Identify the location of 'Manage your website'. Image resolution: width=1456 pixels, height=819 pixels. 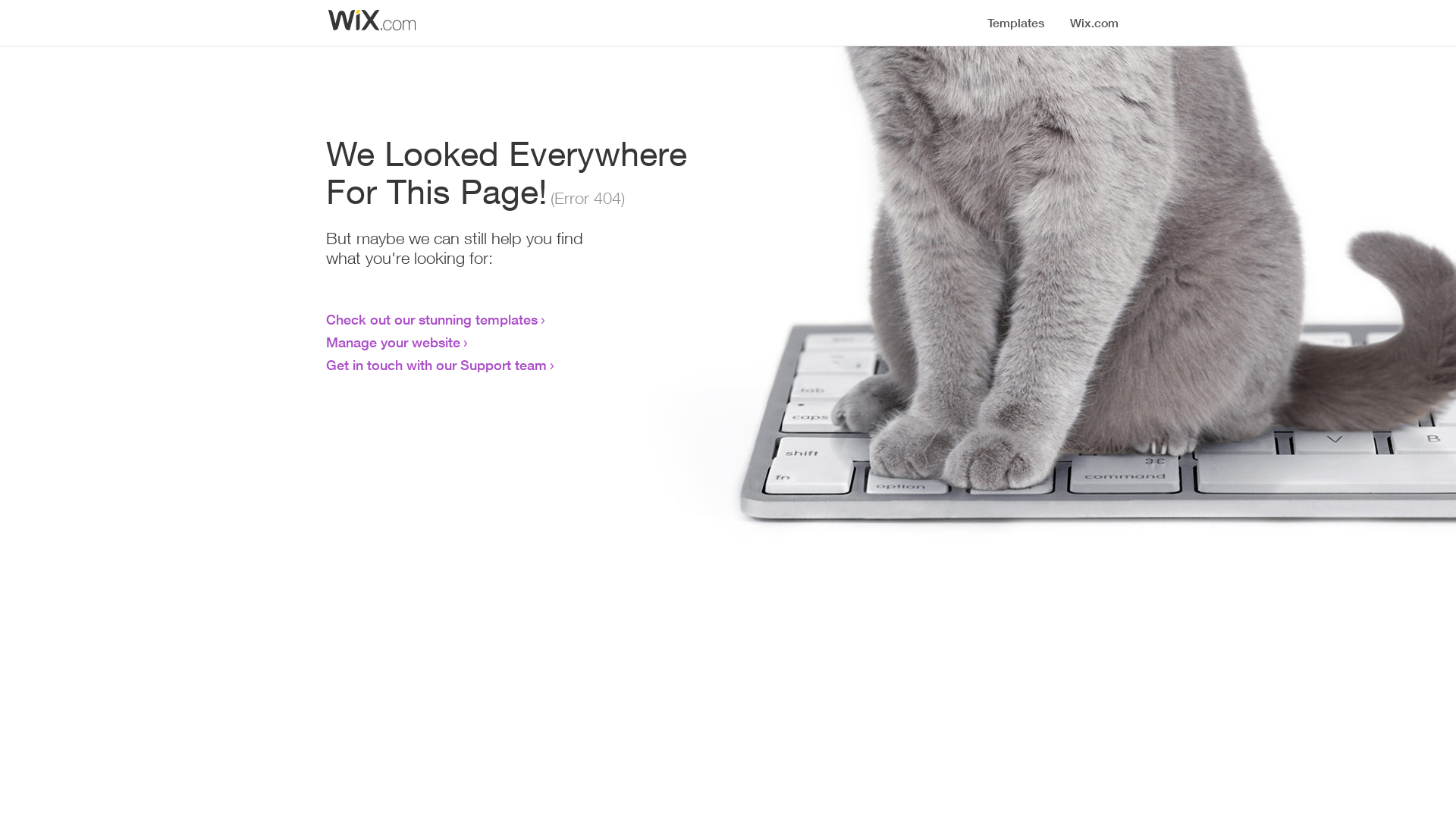
(393, 342).